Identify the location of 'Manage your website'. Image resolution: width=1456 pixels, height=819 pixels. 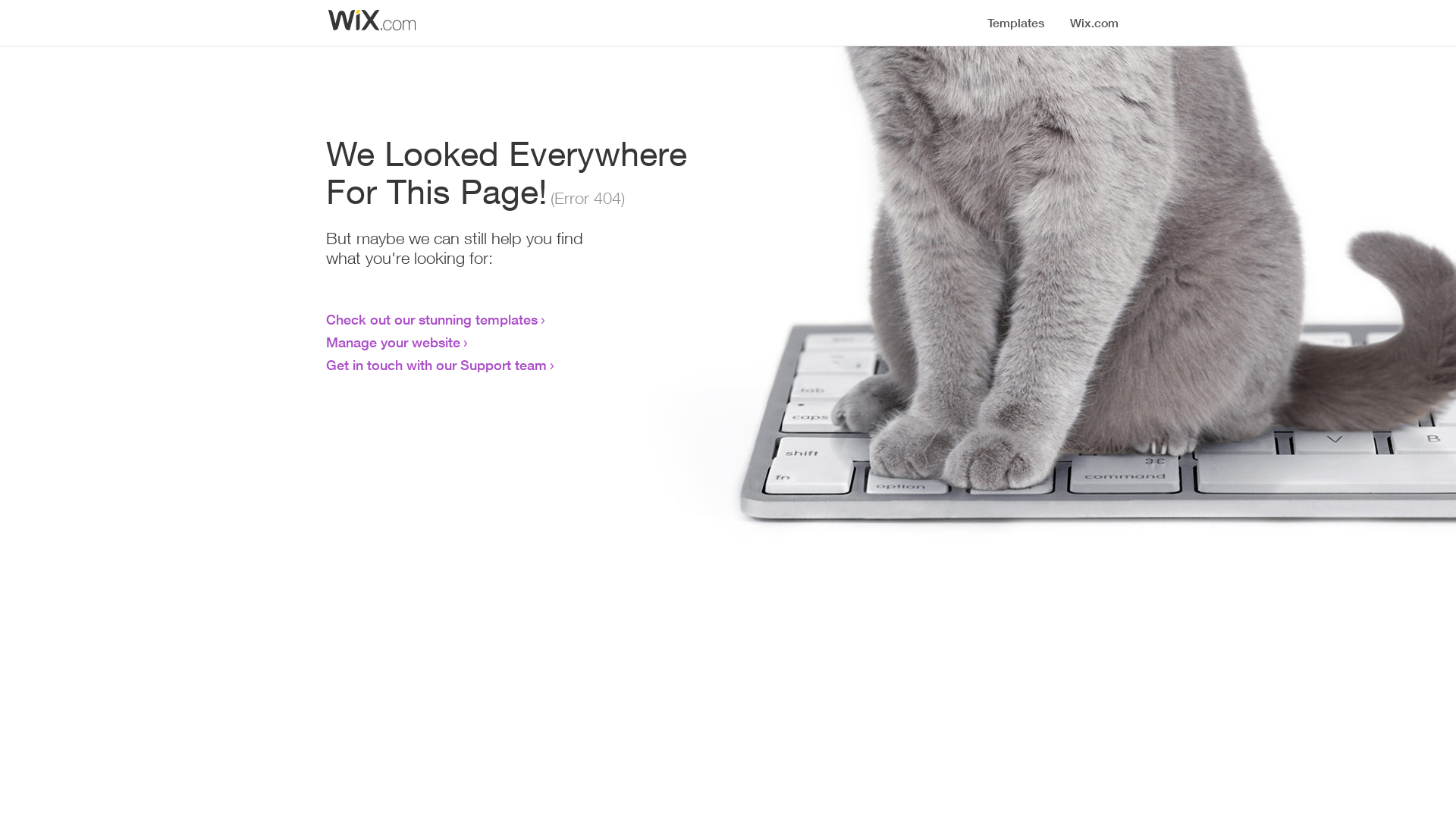
(393, 342).